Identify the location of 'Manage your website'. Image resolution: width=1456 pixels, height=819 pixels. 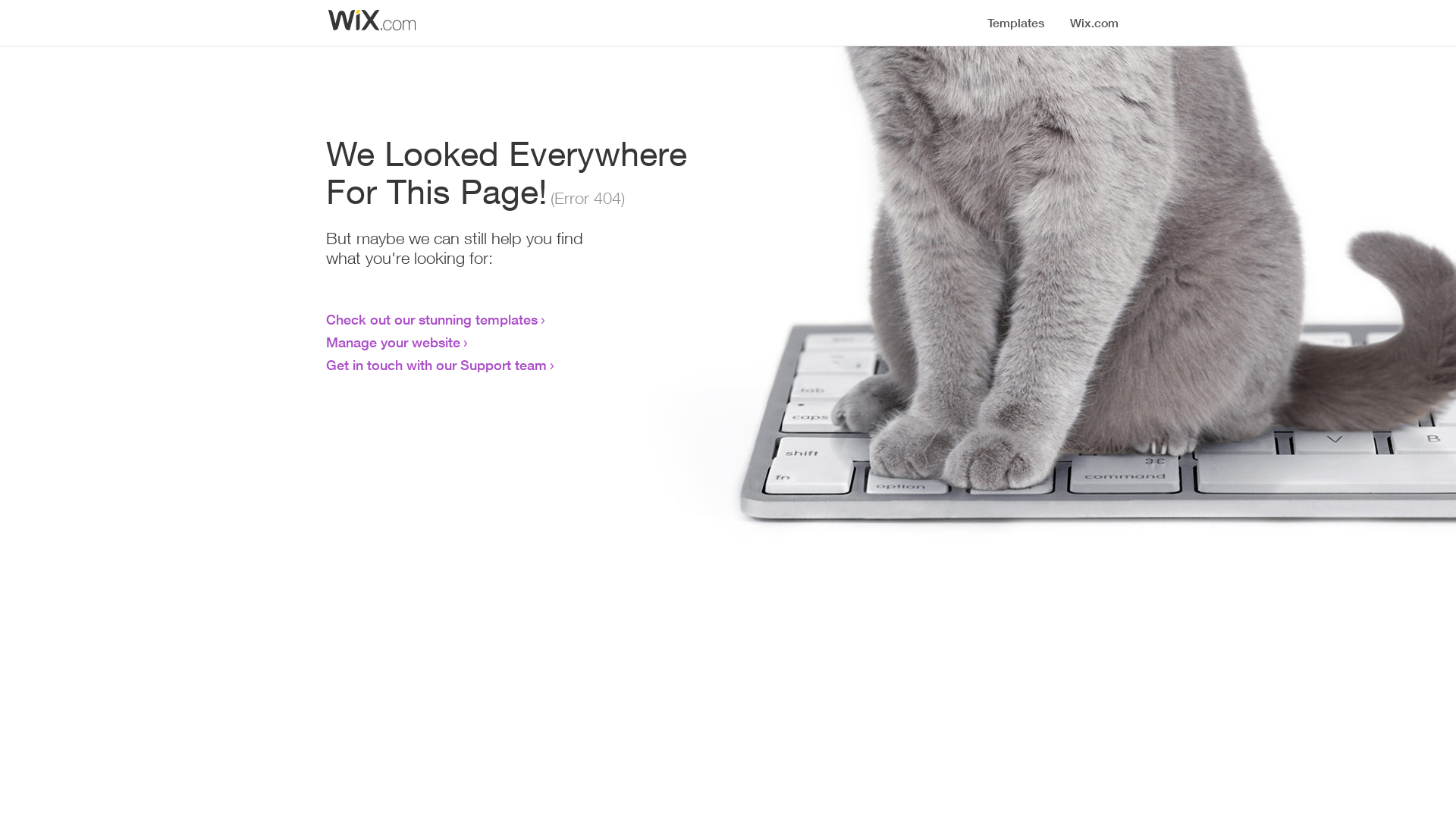
(393, 342).